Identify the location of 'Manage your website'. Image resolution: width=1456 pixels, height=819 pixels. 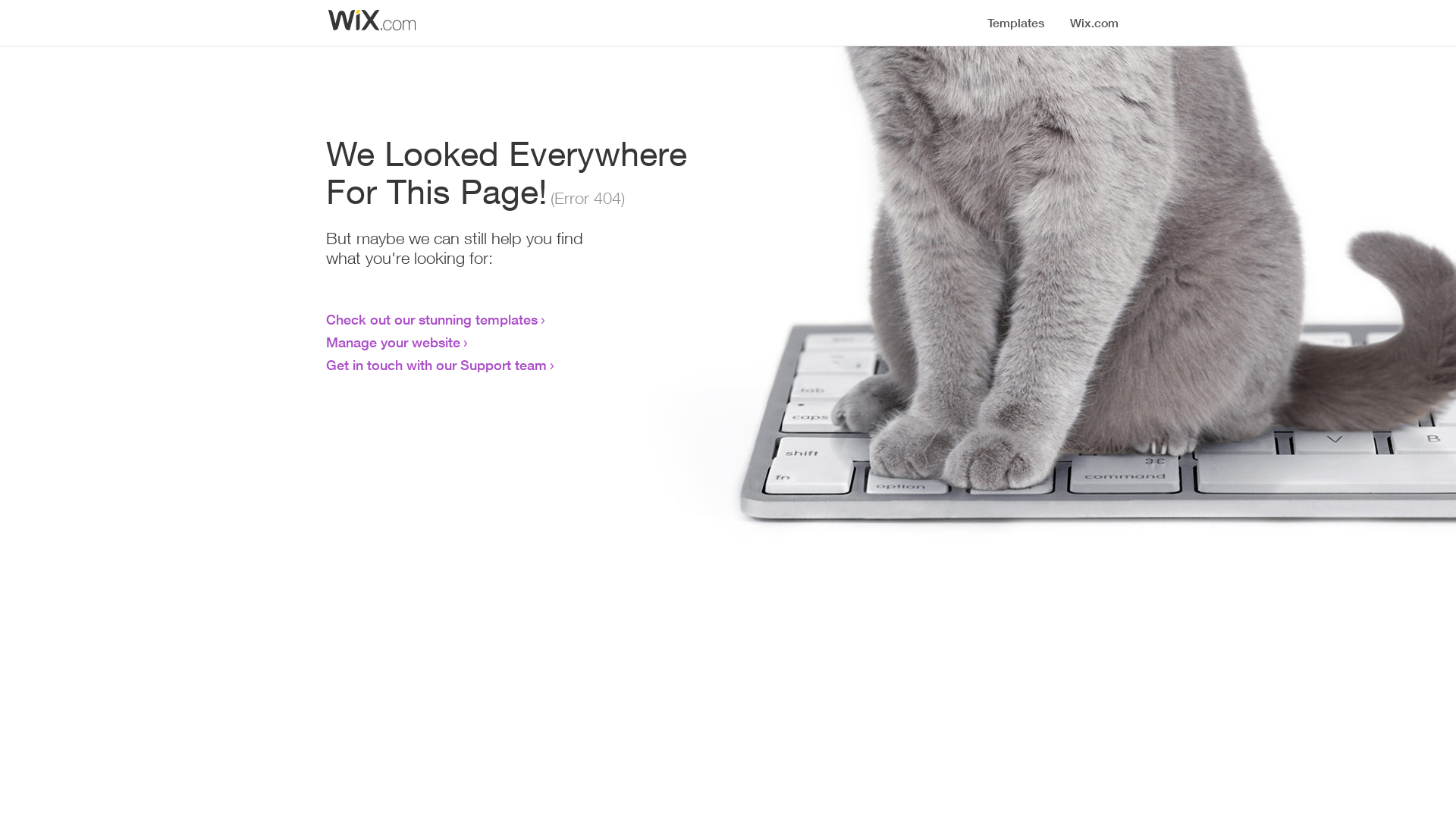
(393, 342).